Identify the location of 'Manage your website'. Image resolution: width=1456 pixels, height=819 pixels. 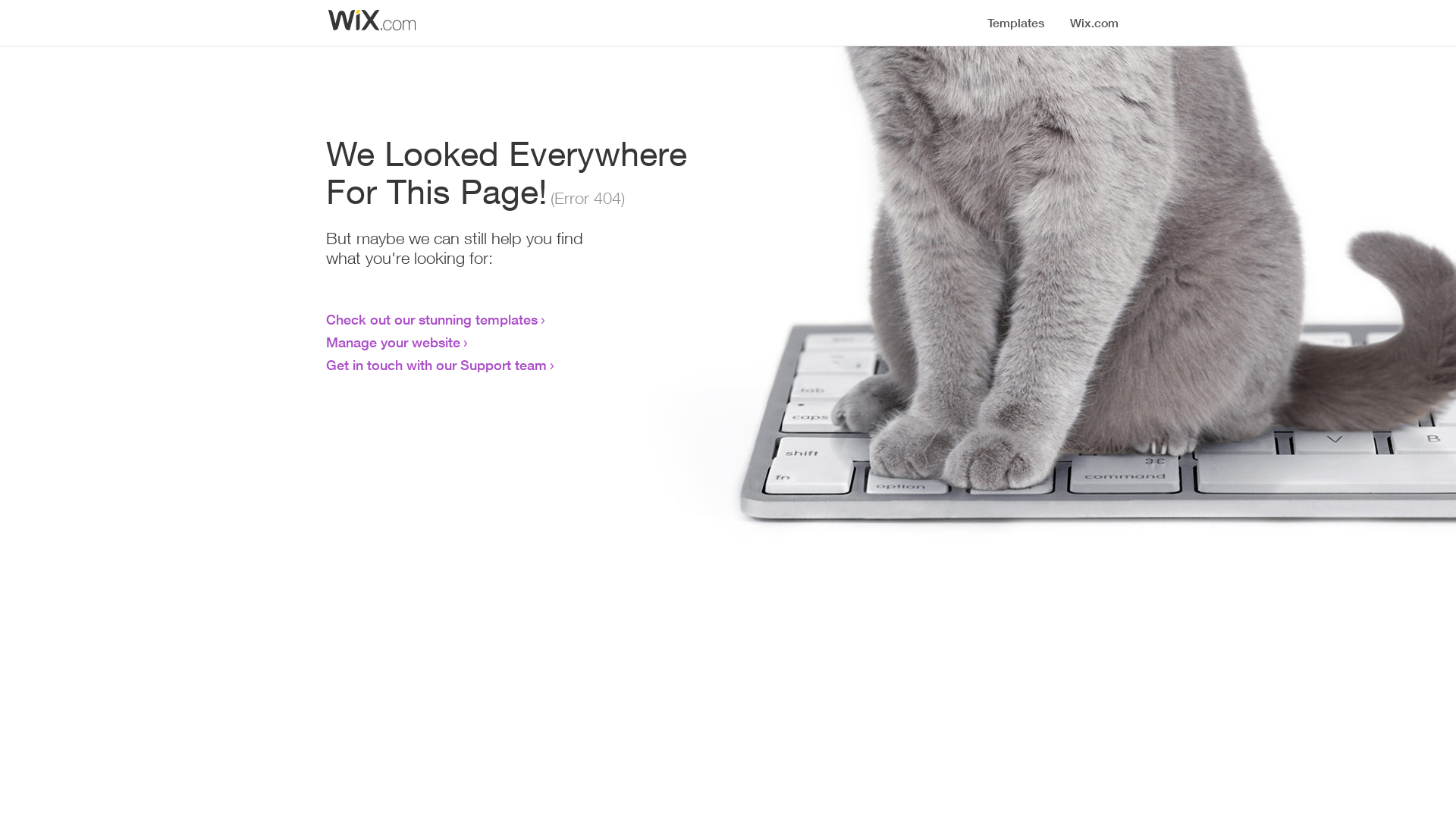
(393, 342).